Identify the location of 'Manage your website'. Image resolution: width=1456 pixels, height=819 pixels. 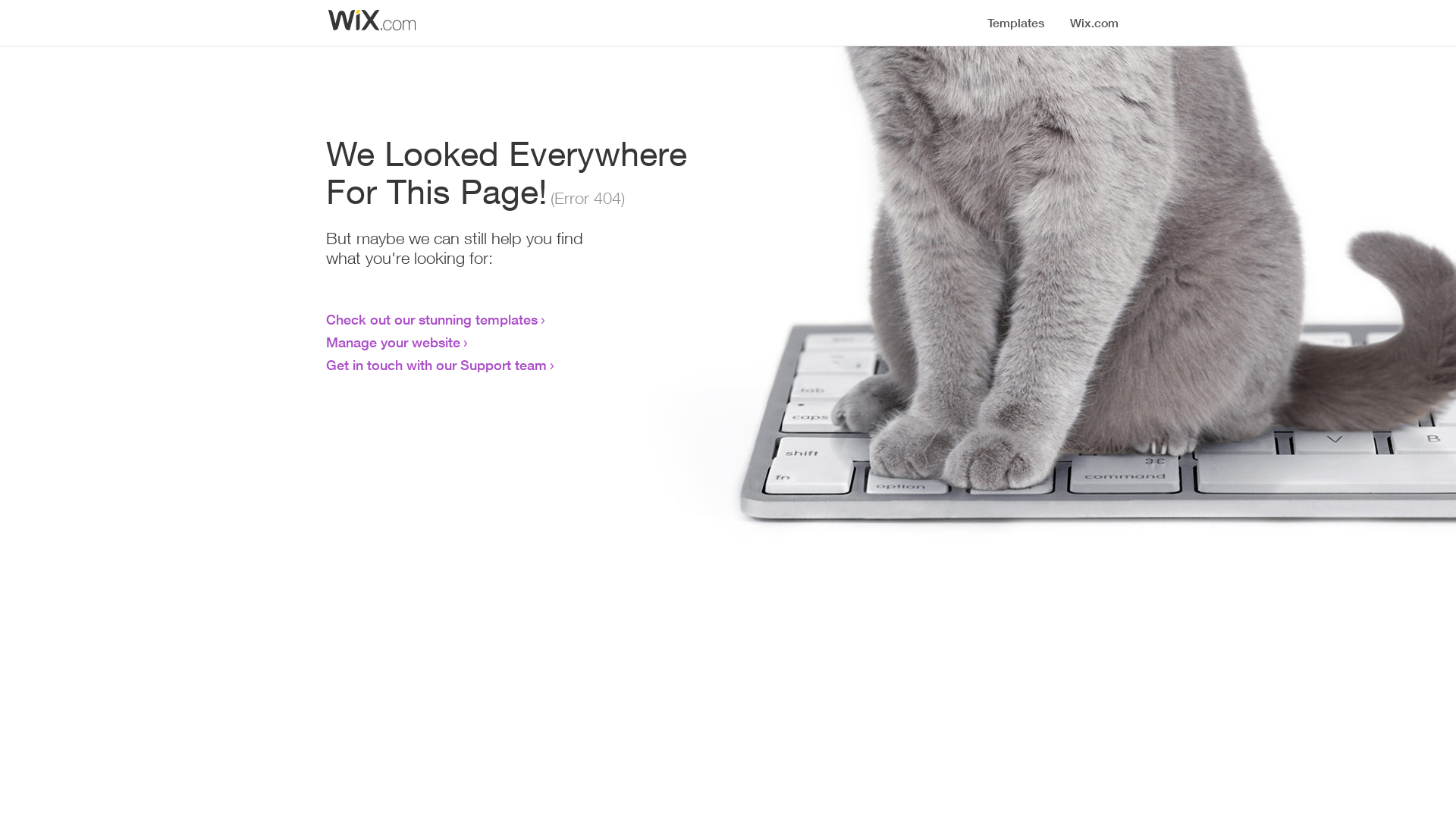
(393, 342).